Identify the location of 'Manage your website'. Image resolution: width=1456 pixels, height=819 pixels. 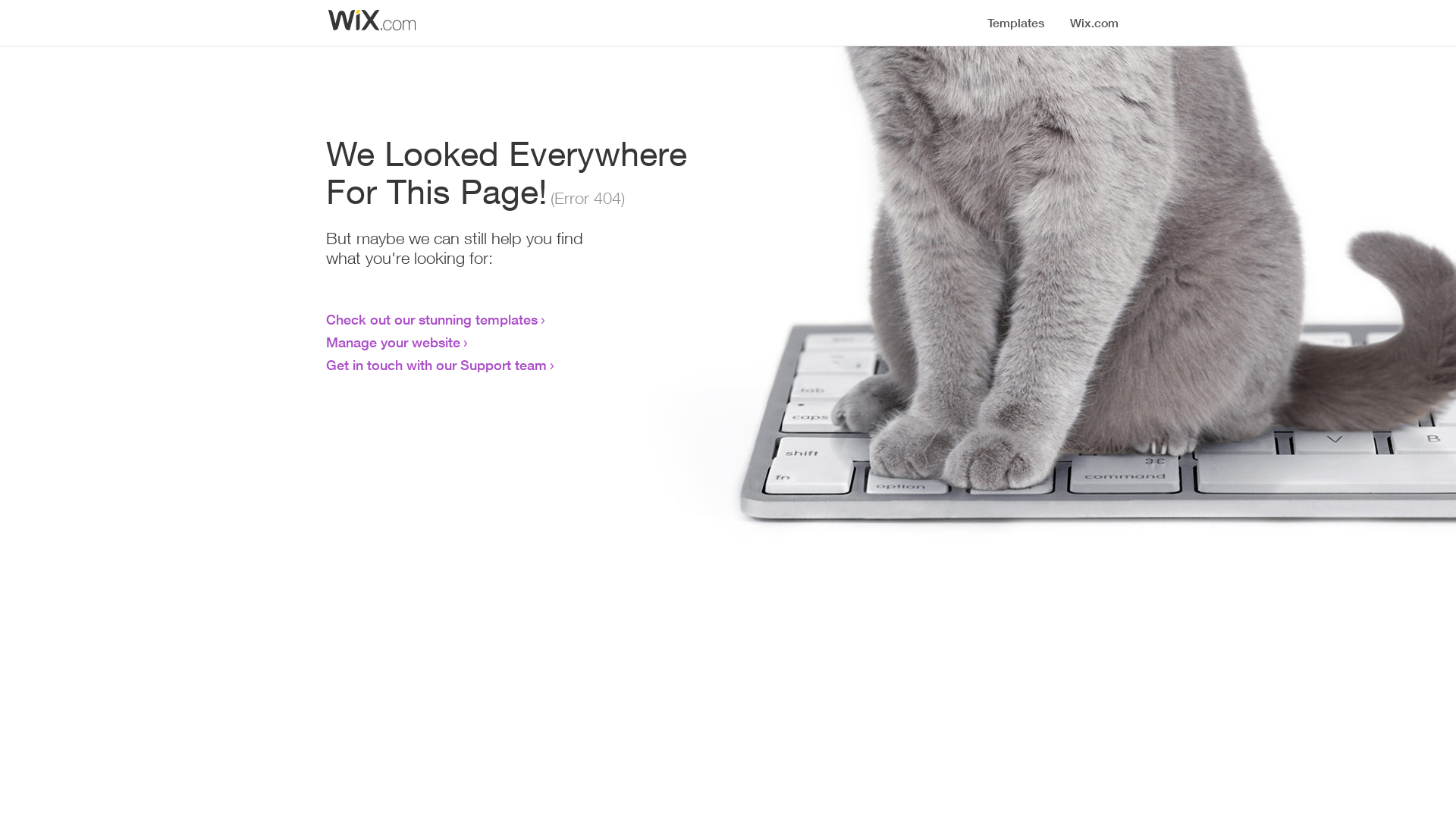
(393, 342).